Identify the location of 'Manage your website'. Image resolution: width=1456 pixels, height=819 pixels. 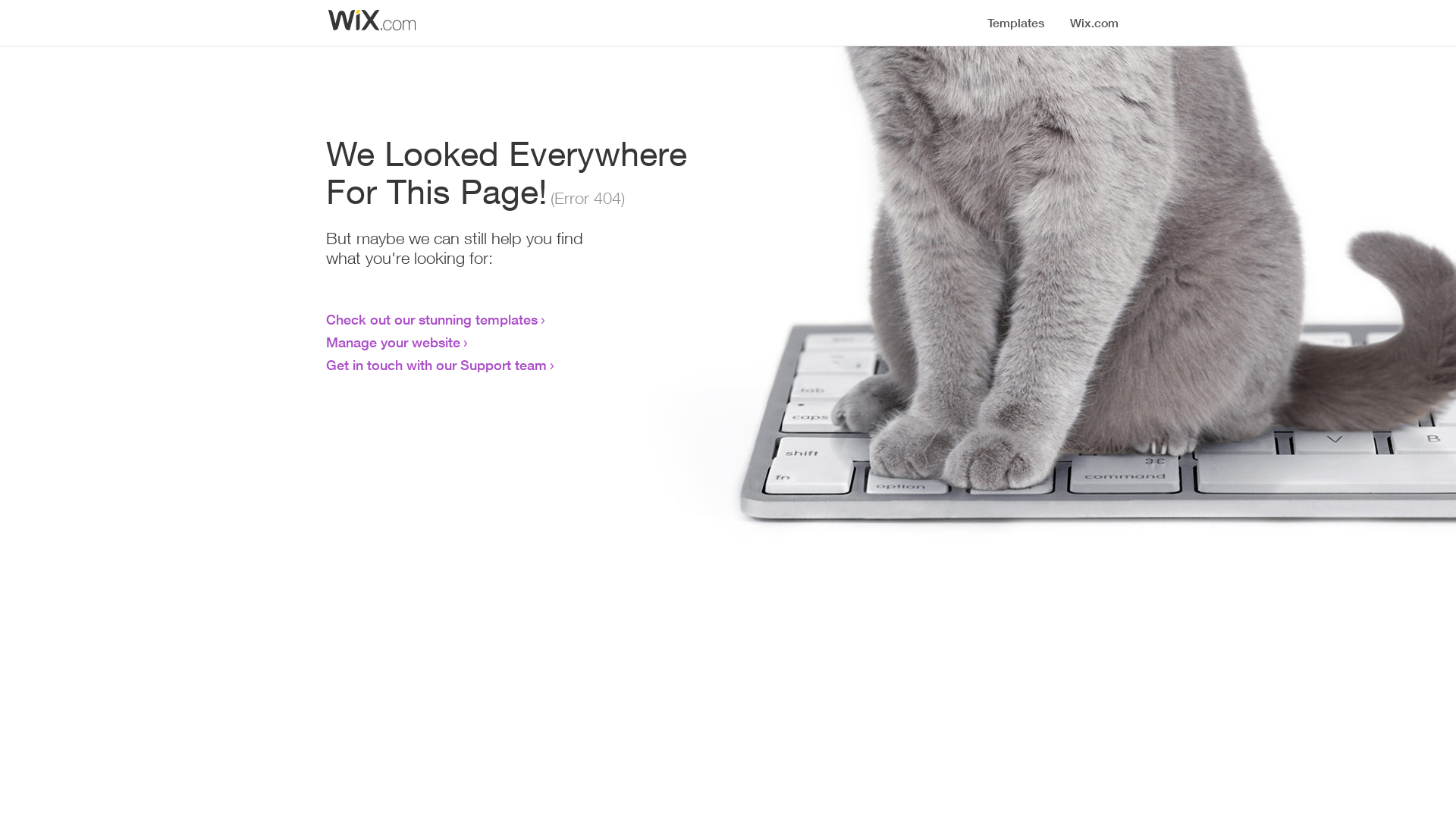
(393, 342).